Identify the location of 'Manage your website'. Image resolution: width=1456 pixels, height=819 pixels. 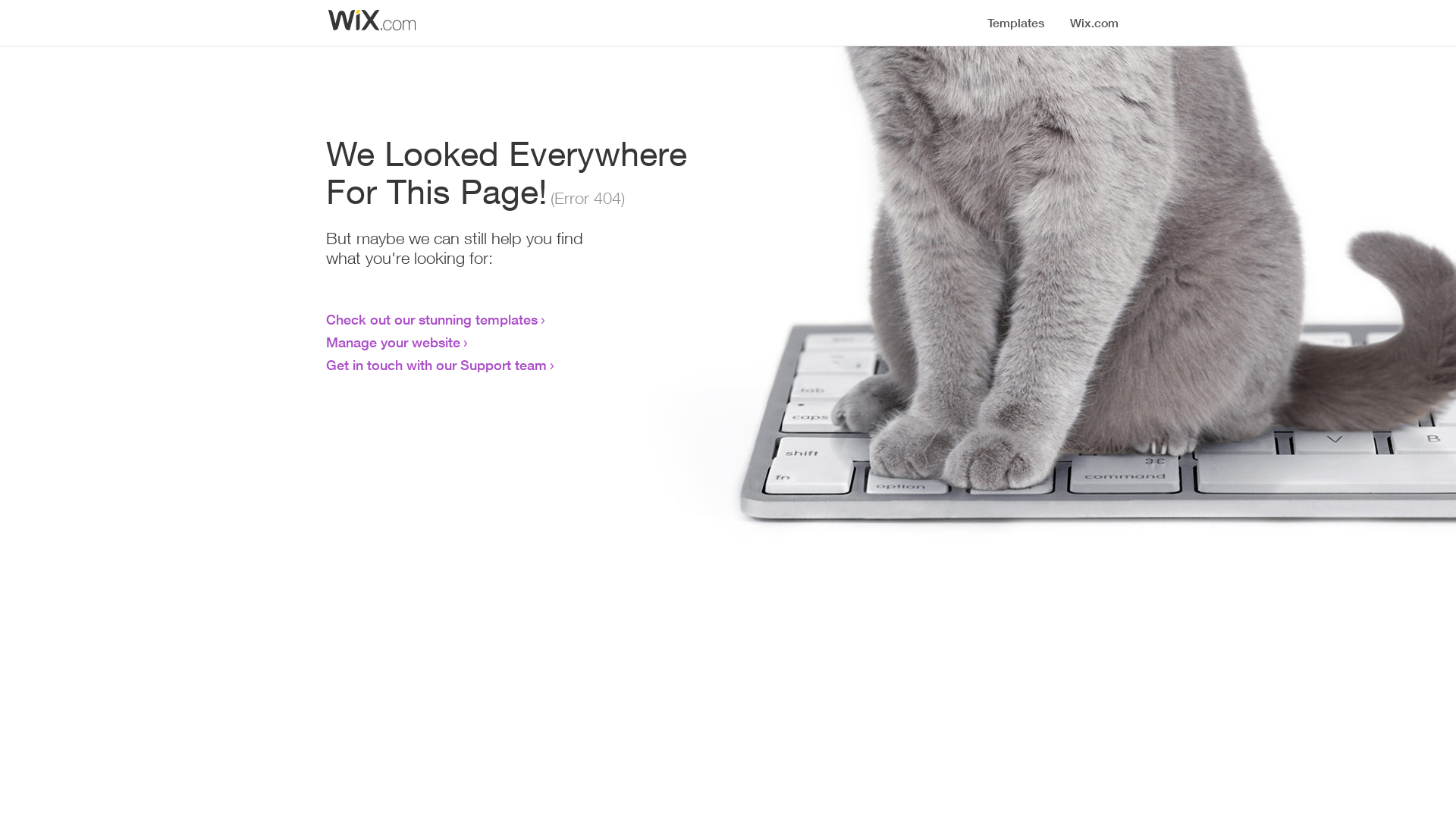
(393, 342).